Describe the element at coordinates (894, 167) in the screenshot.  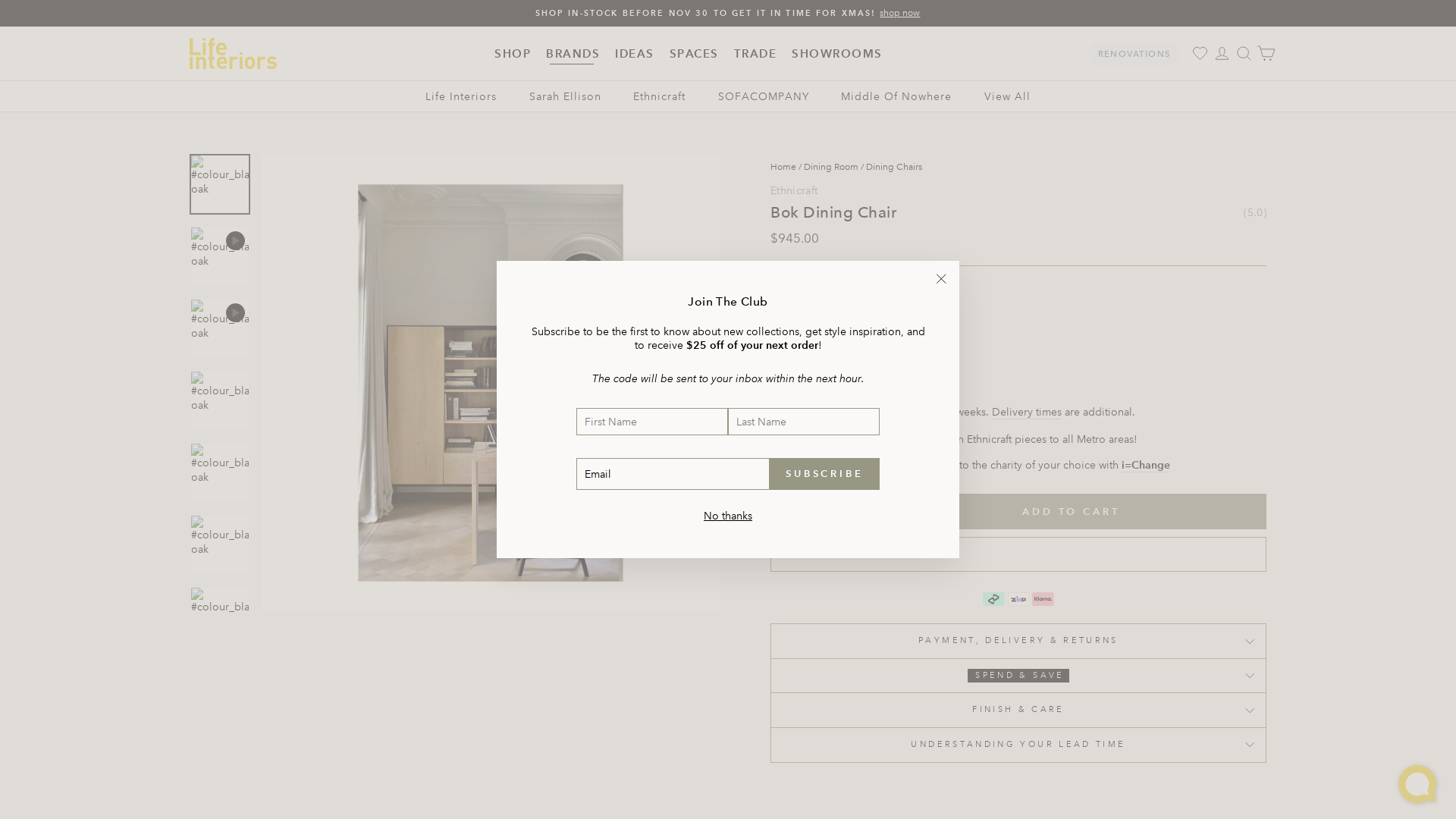
I see `'Dining Chairs'` at that location.